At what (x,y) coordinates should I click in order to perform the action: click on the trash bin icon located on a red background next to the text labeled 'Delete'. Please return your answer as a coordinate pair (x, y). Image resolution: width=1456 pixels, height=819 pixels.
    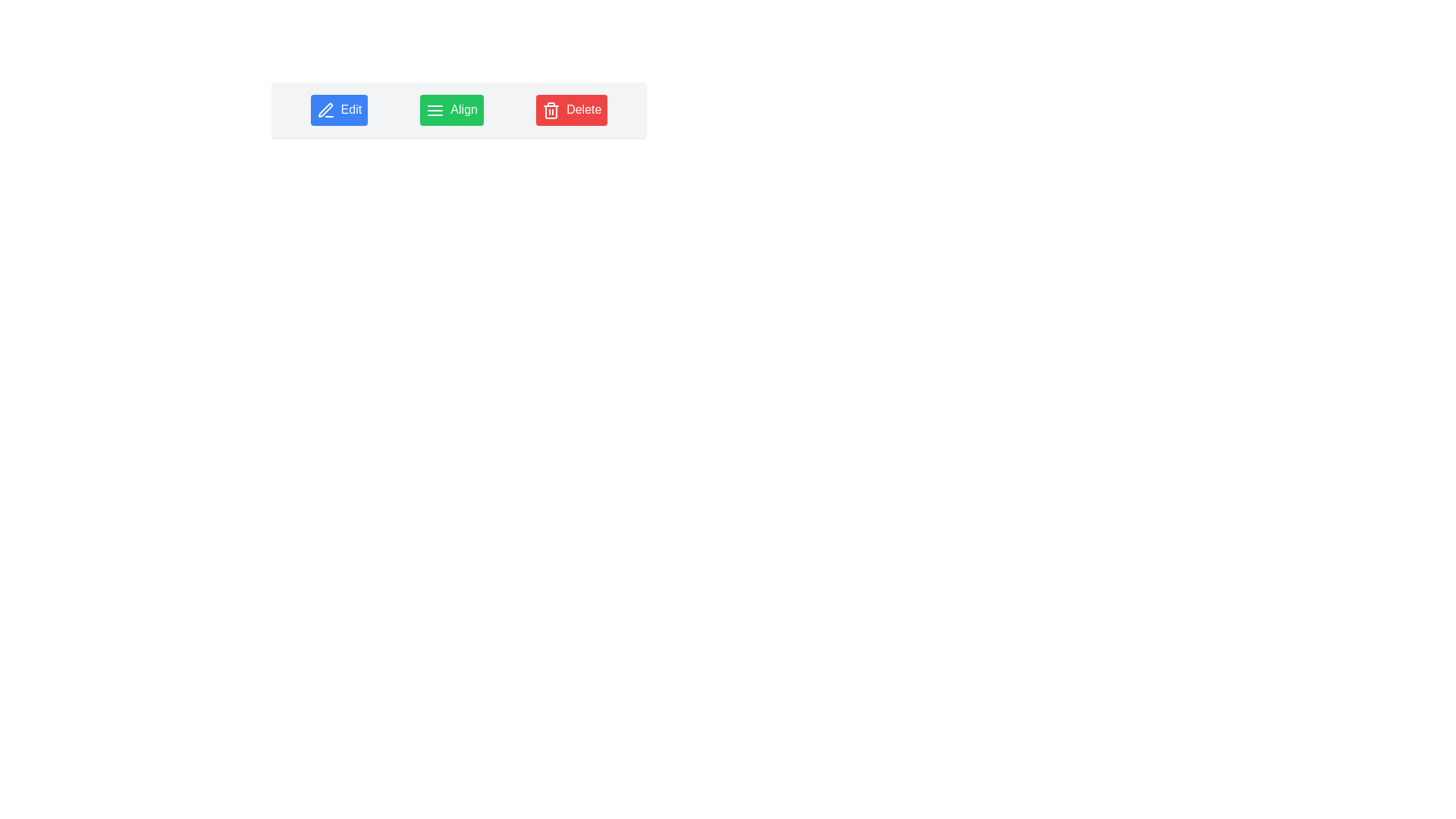
    Looking at the image, I should click on (551, 109).